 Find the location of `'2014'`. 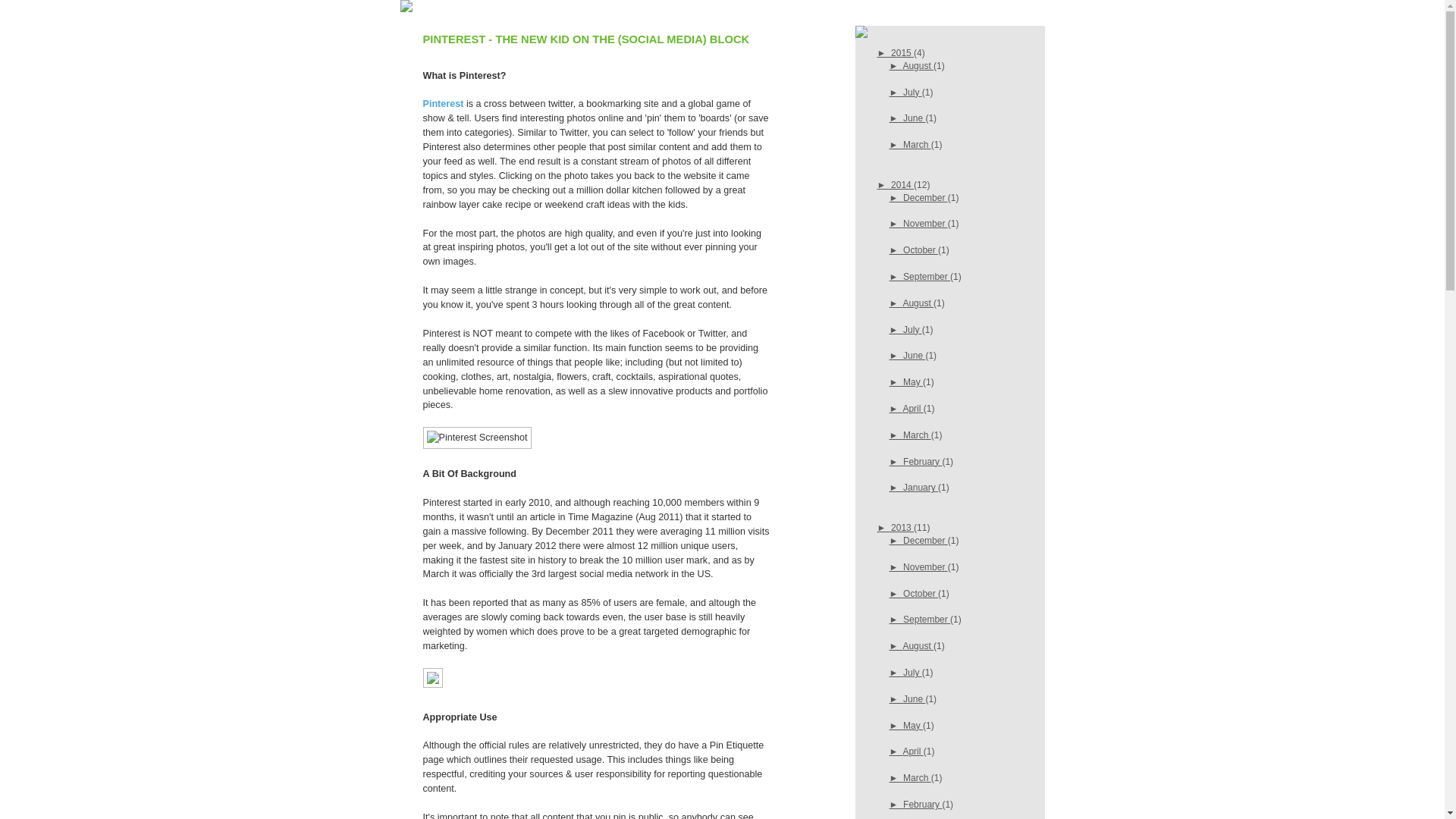

'2014' is located at coordinates (902, 184).